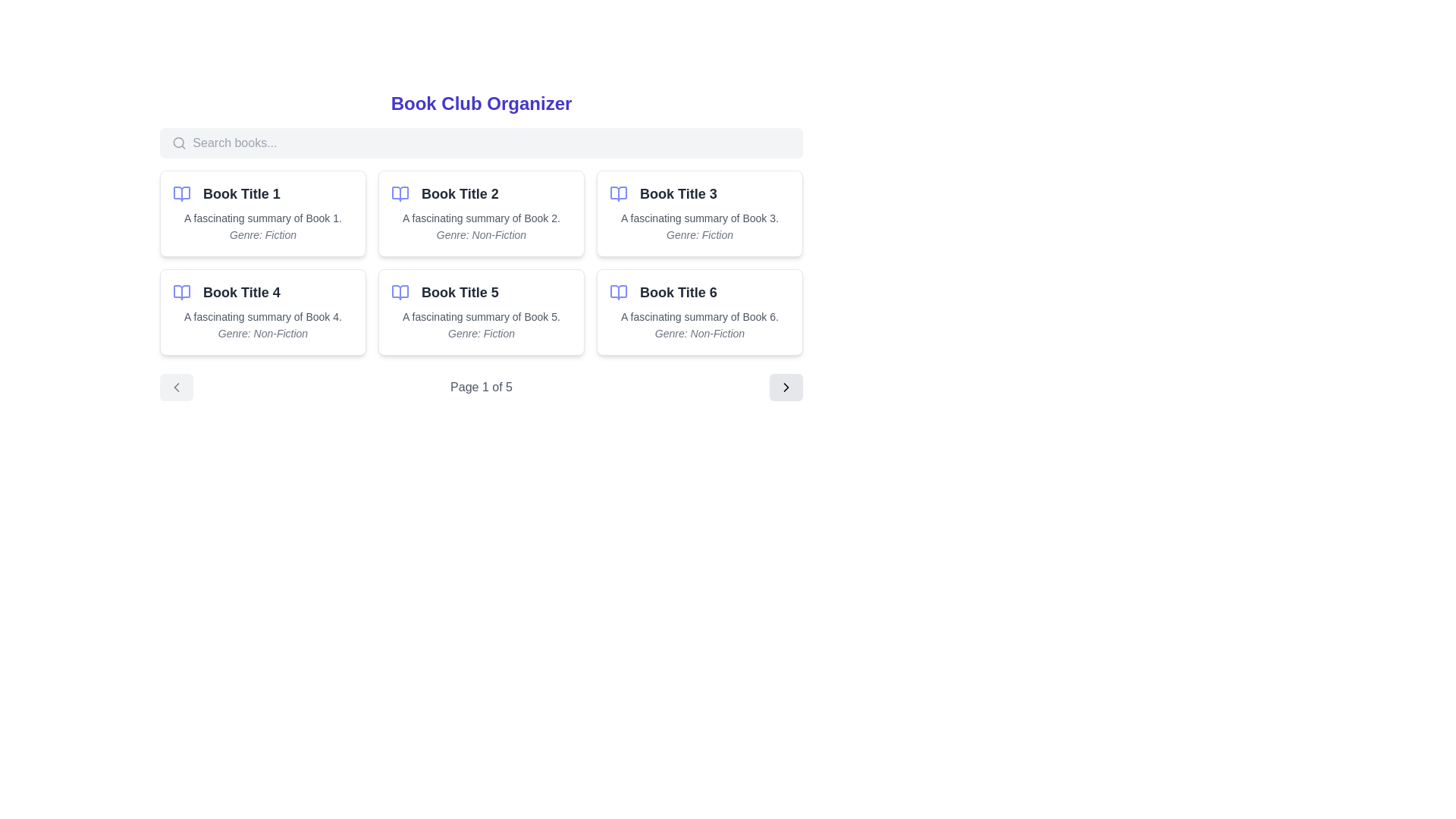 The height and width of the screenshot is (819, 1456). I want to click on title text of the book displayed at the top-left corner of the card with a white background, so click(262, 292).